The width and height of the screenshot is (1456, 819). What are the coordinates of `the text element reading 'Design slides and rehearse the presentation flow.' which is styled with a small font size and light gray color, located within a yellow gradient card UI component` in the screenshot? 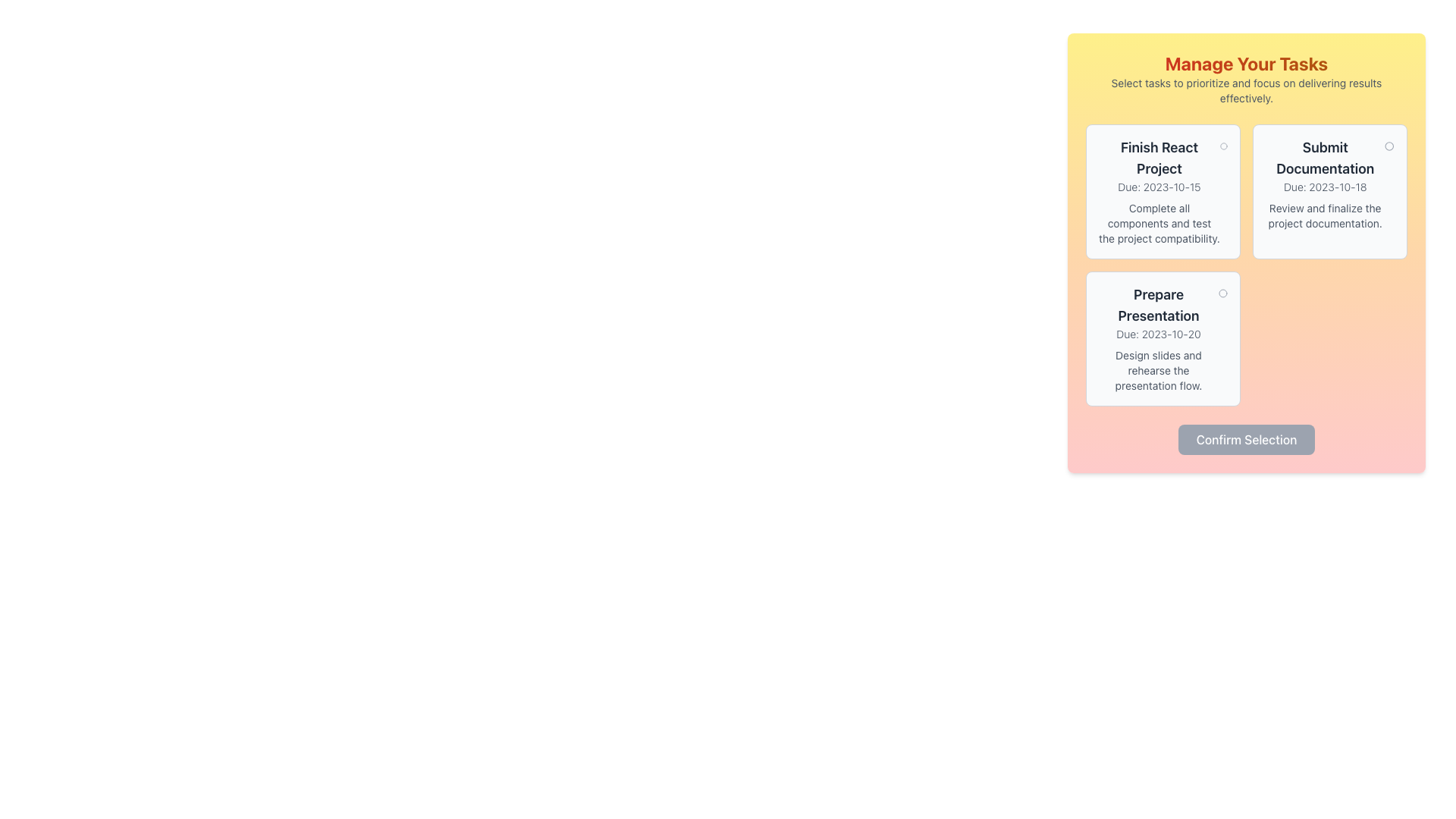 It's located at (1157, 371).